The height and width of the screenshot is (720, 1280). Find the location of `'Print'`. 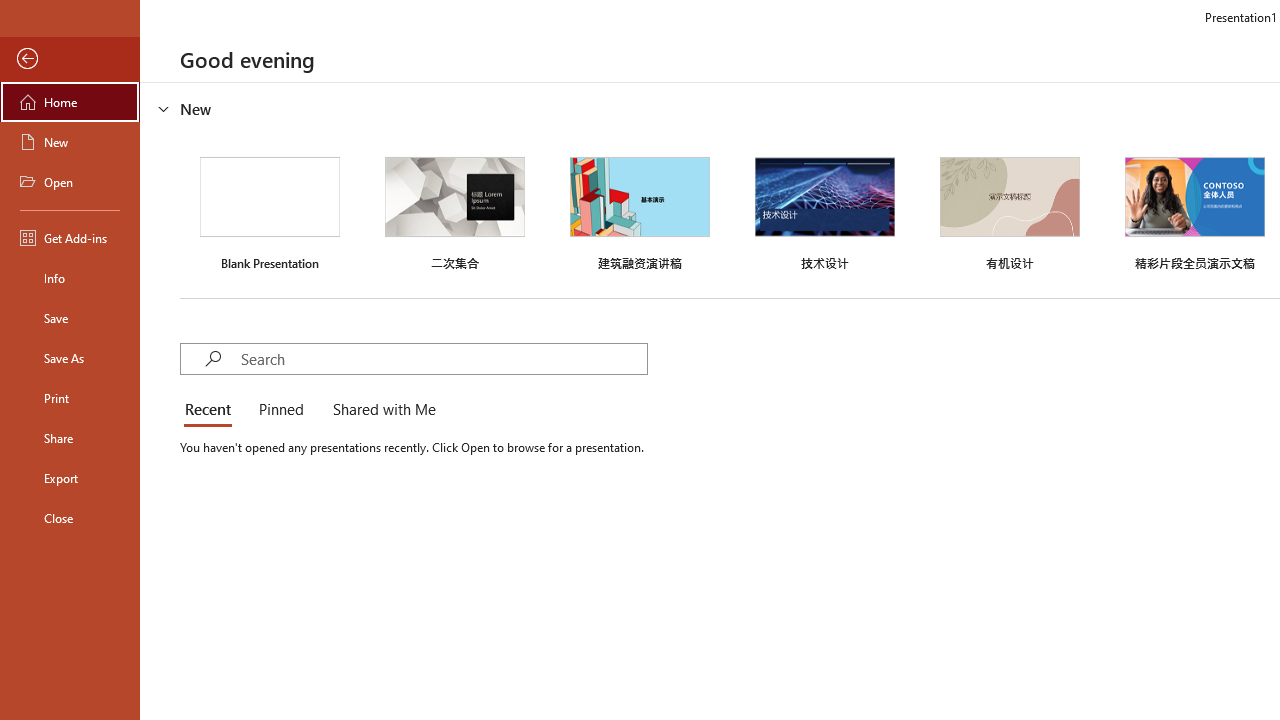

'Print' is located at coordinates (69, 398).